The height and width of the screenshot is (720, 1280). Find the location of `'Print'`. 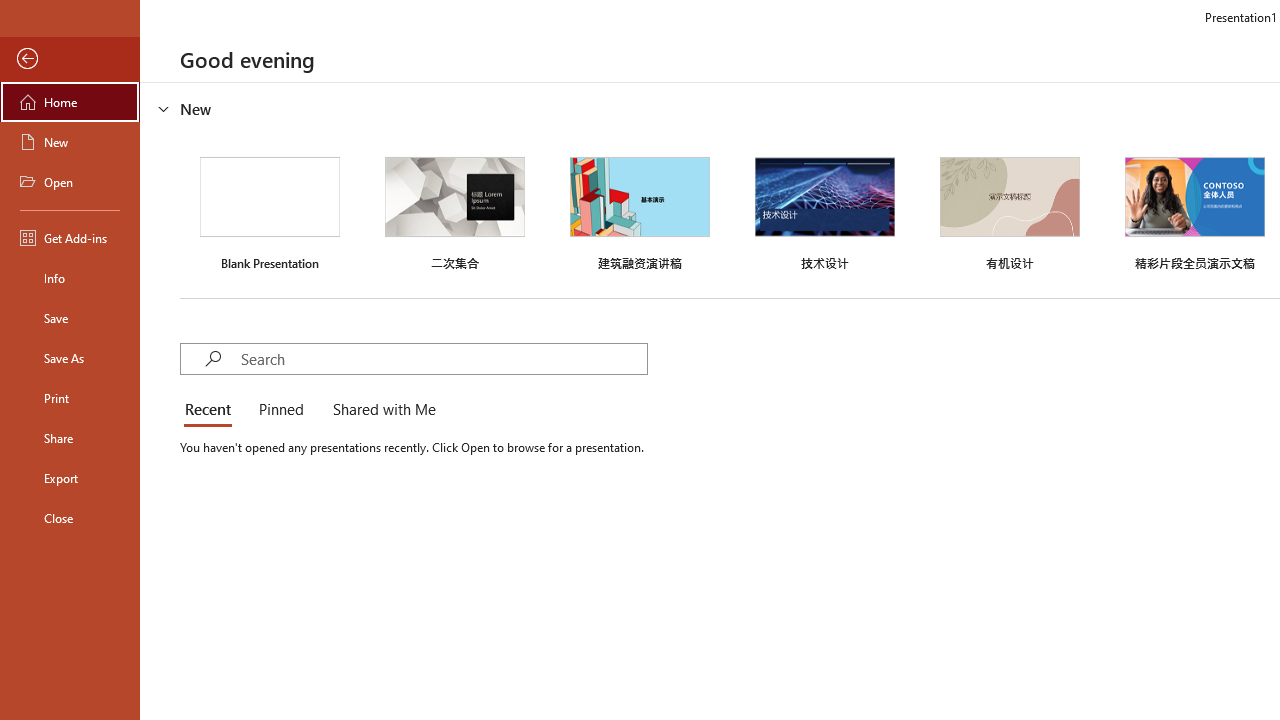

'Print' is located at coordinates (69, 398).